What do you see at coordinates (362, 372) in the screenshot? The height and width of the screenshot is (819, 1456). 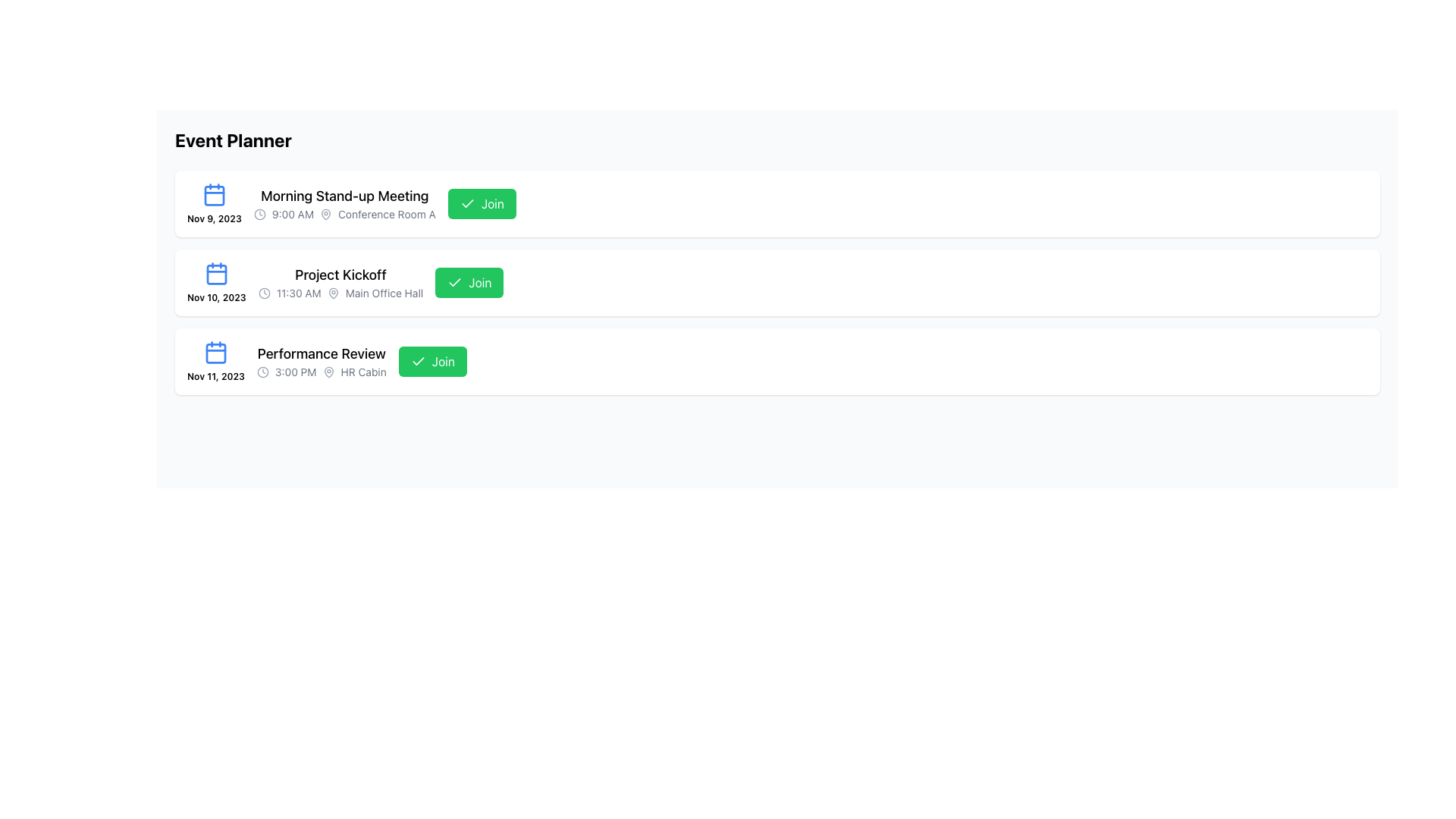 I see `text displayed in the 'HR Cabin' text label, which is styled in gray and located at the bottom section of the last event in the 'Event Planner' interface` at bounding box center [362, 372].